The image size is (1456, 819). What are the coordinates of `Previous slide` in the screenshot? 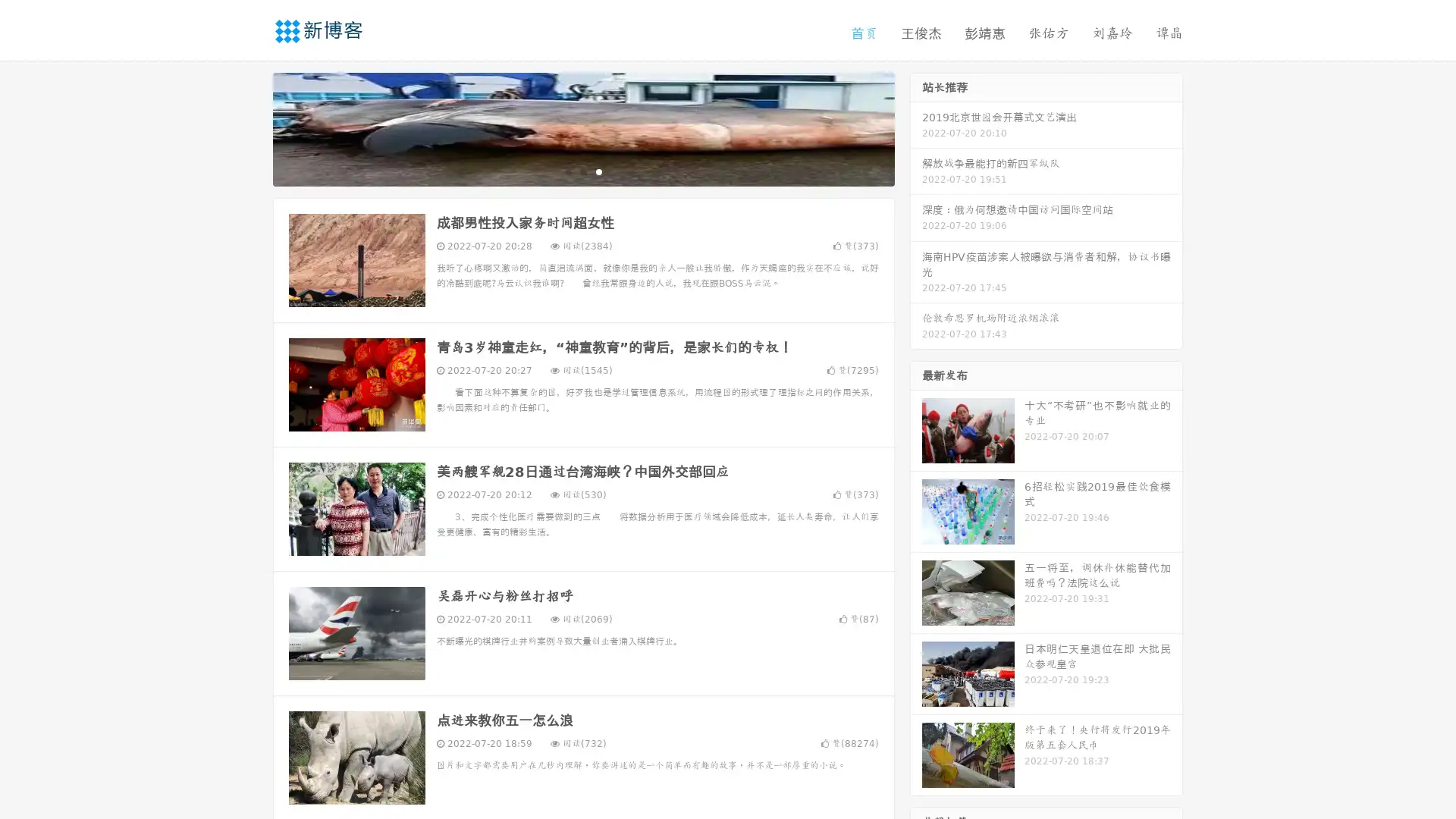 It's located at (250, 127).